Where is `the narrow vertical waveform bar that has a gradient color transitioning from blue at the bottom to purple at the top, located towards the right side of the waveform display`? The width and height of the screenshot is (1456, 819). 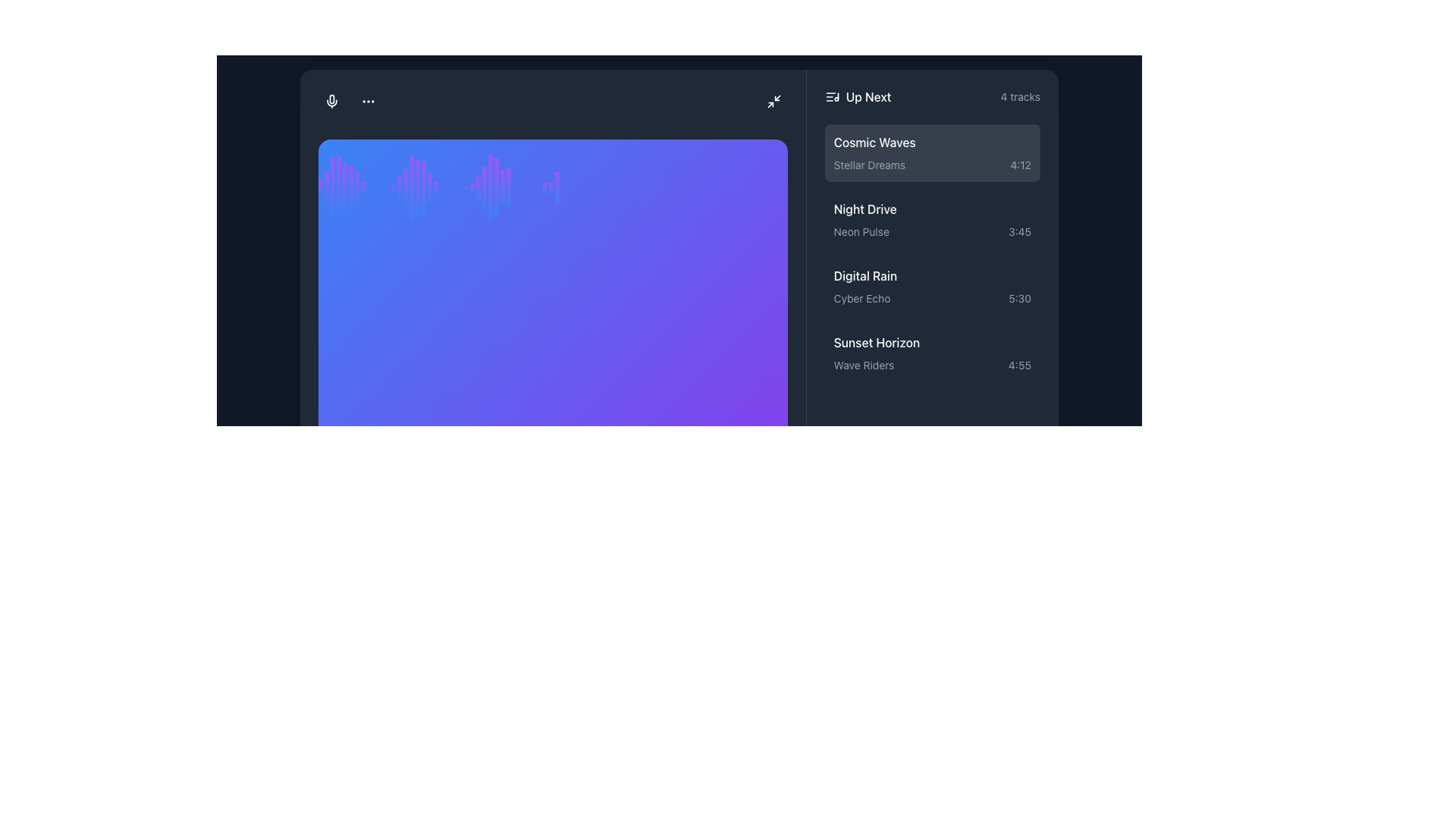
the narrow vertical waveform bar that has a gradient color transitioning from blue at the bottom to purple at the top, located towards the right side of the waveform display is located at coordinates (545, 186).